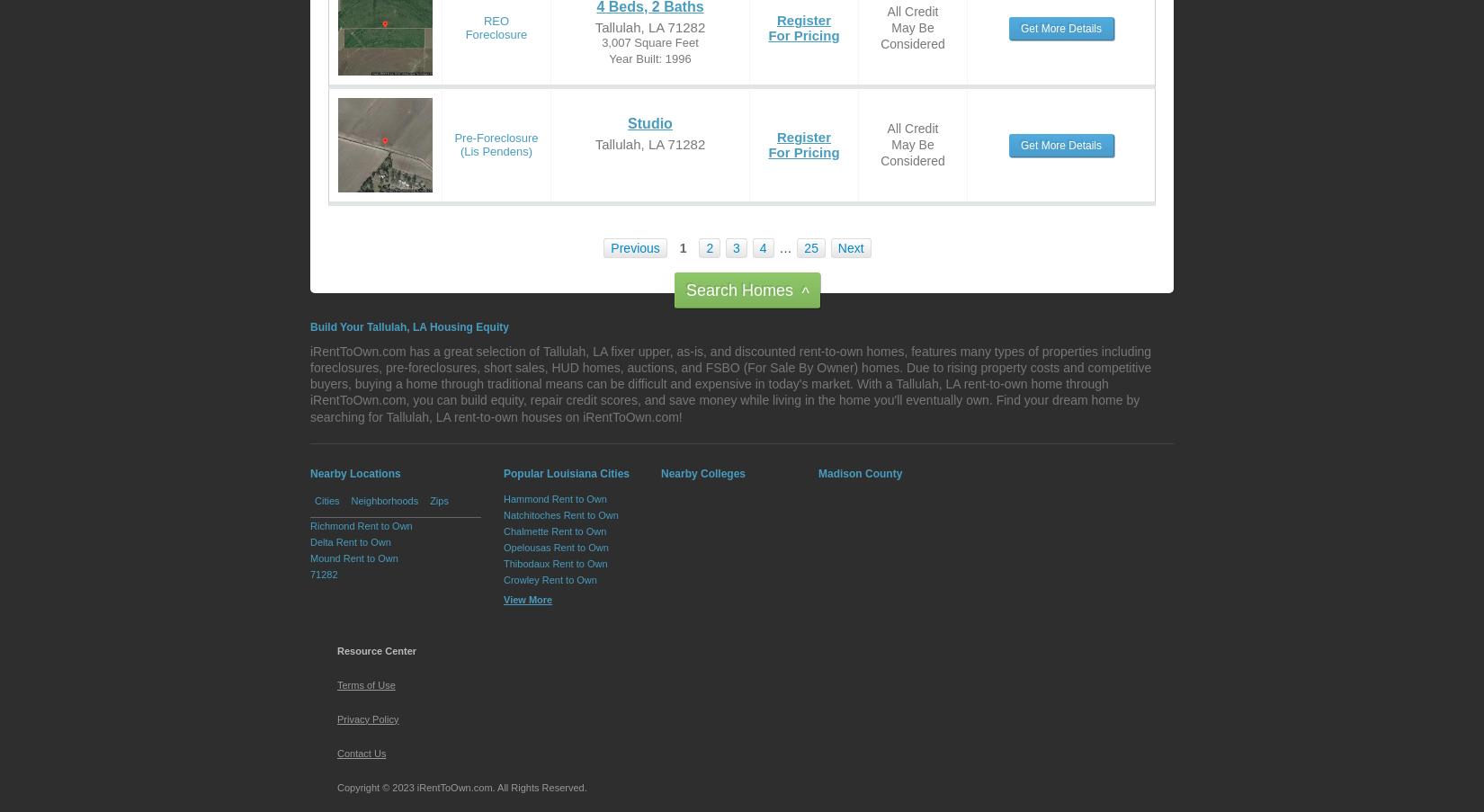  What do you see at coordinates (351, 498) in the screenshot?
I see `'Neighborhoods'` at bounding box center [351, 498].